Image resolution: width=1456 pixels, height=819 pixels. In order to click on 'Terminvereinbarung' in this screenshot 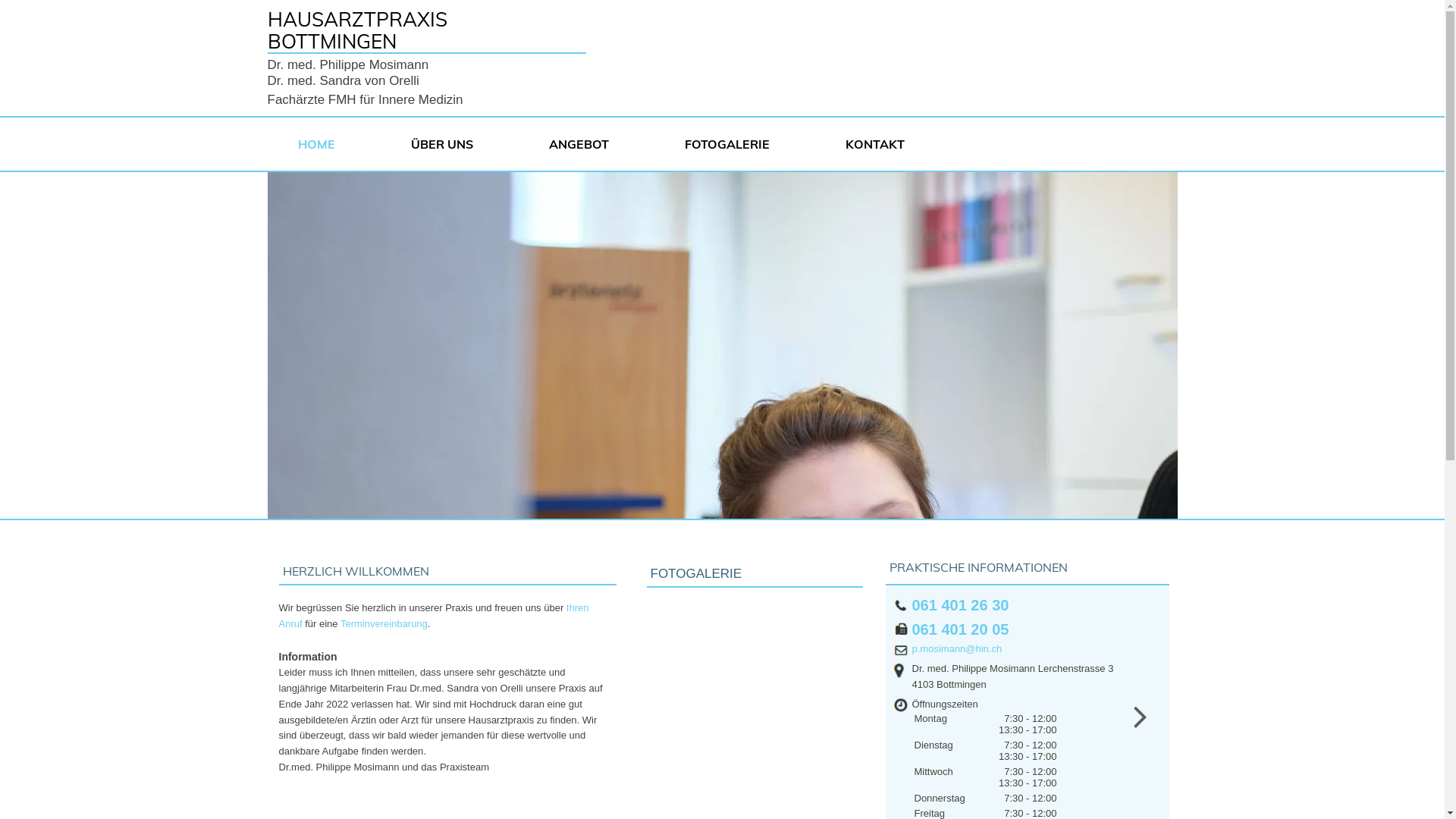, I will do `click(384, 623)`.